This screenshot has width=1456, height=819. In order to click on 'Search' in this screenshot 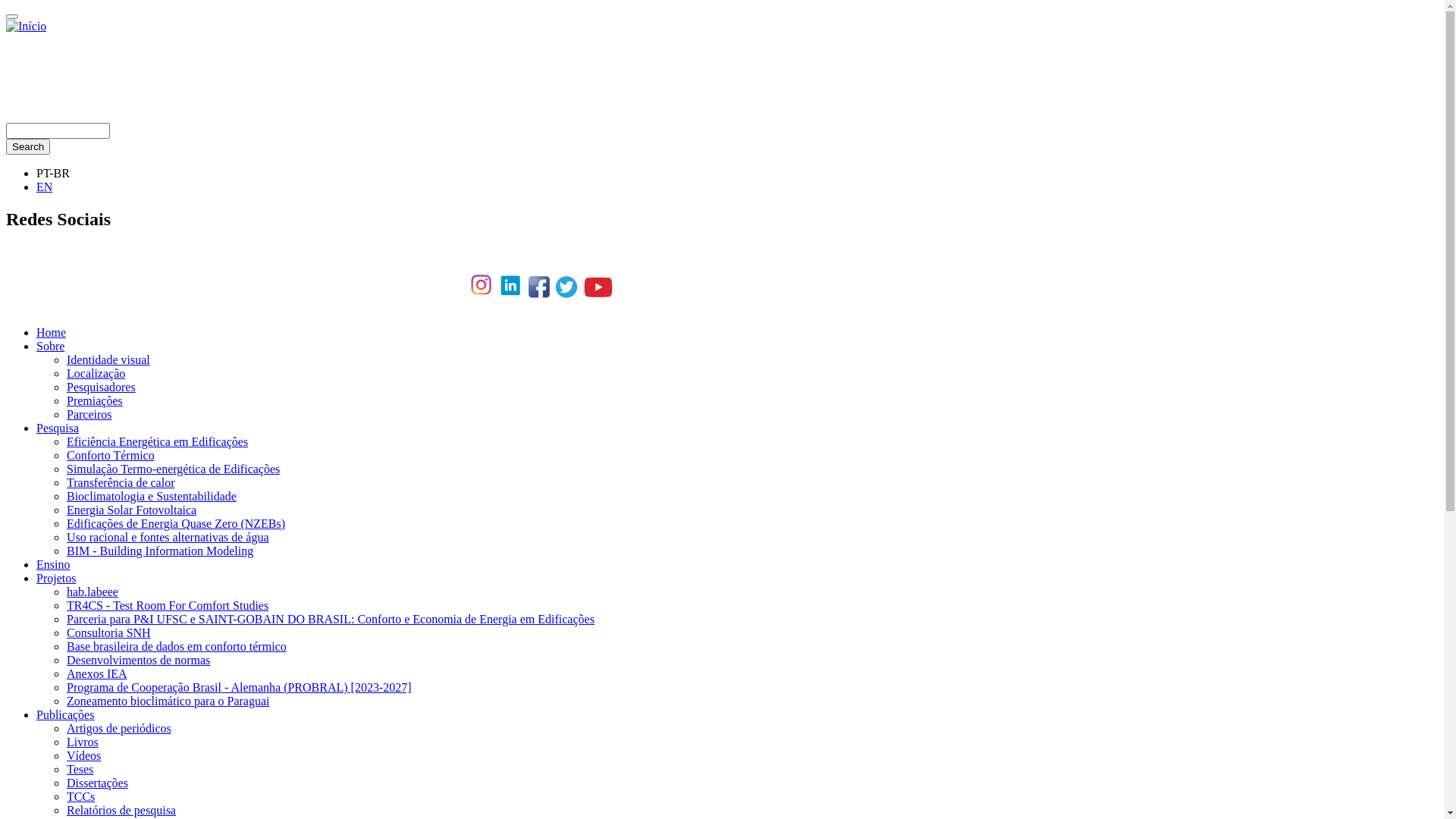, I will do `click(28, 146)`.